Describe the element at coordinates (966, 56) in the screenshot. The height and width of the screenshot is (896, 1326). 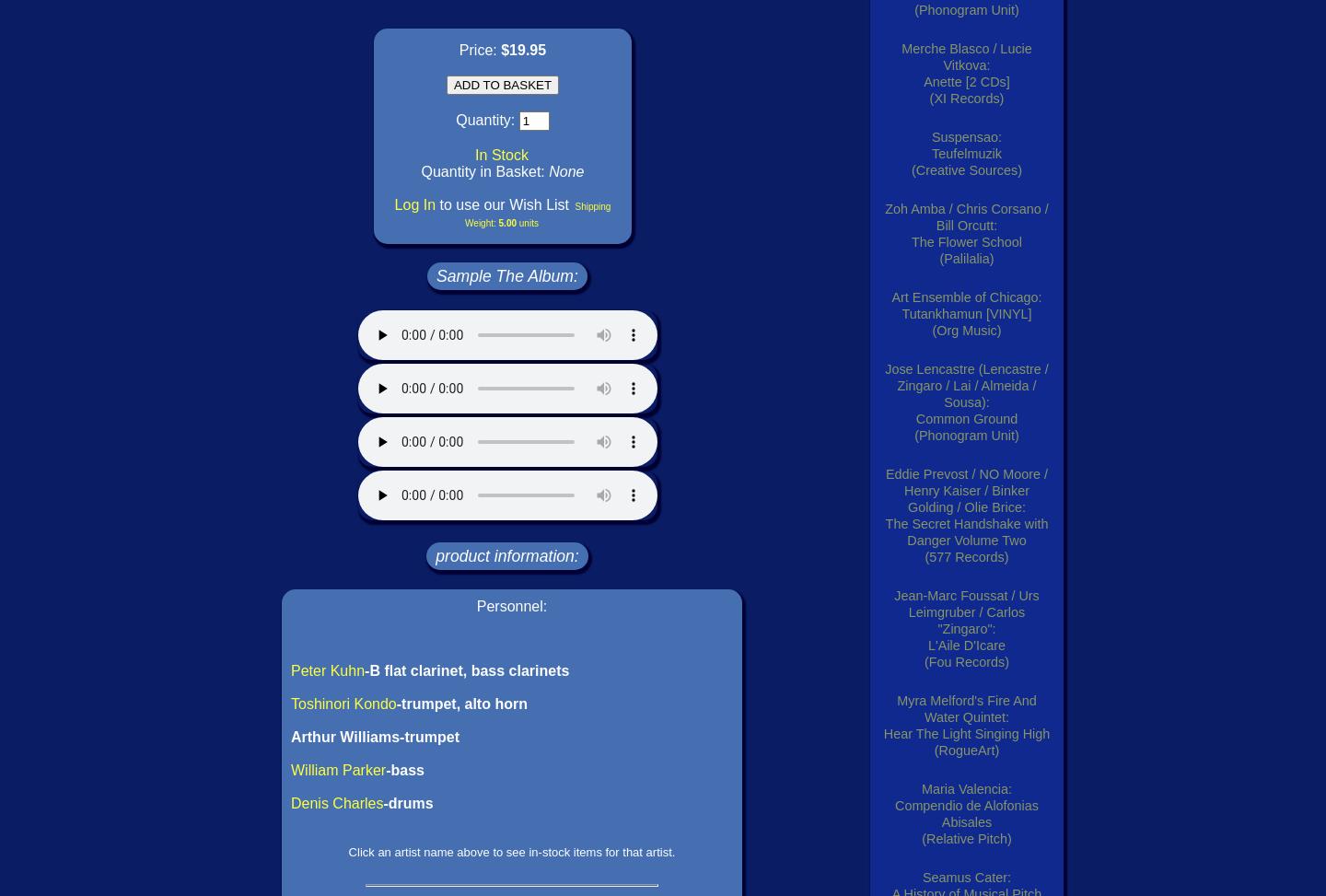
I see `'Merche Blasco / Lucie Vitkova:'` at that location.